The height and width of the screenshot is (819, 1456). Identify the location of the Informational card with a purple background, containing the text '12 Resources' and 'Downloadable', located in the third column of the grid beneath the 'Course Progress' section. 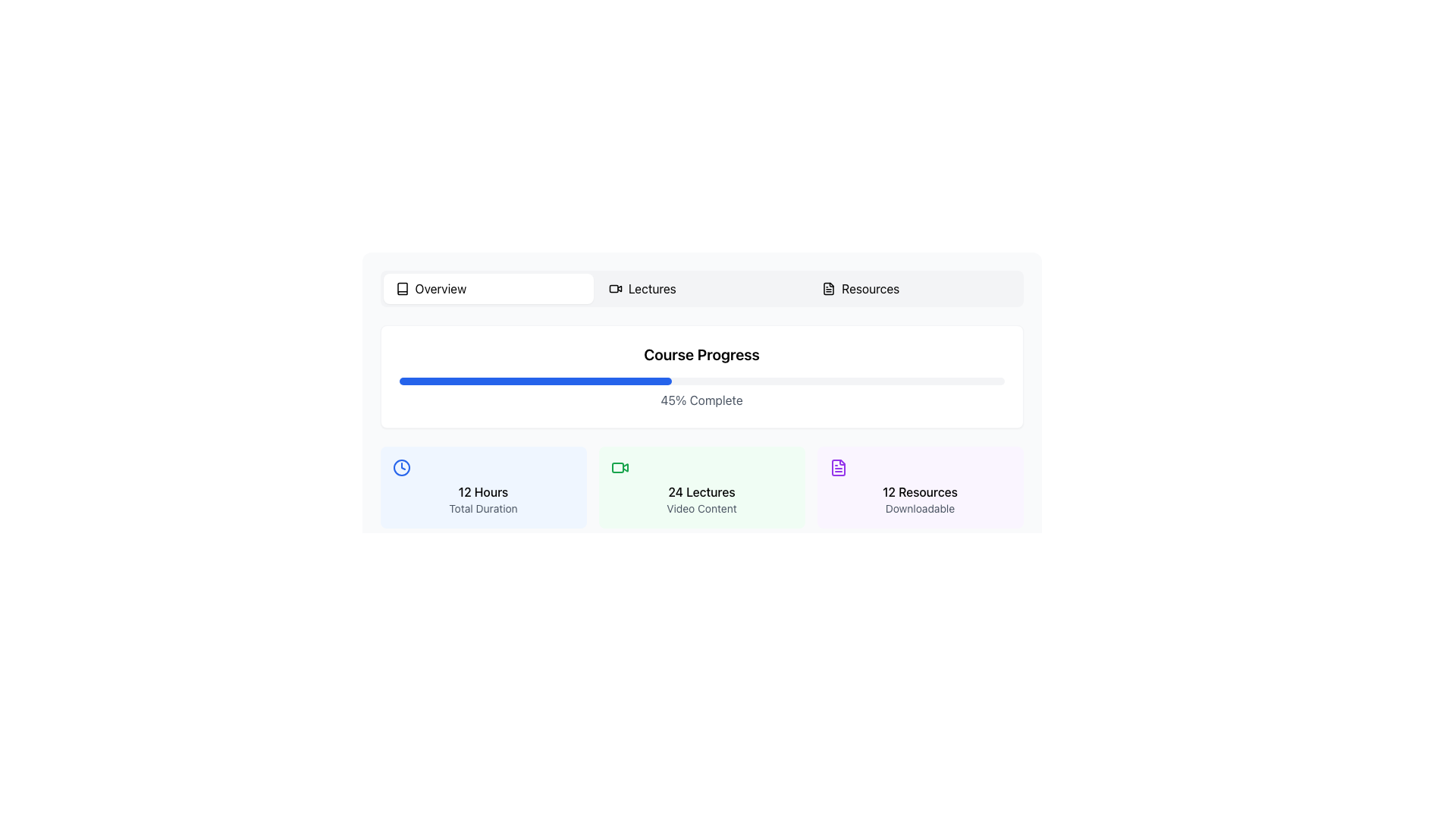
(919, 488).